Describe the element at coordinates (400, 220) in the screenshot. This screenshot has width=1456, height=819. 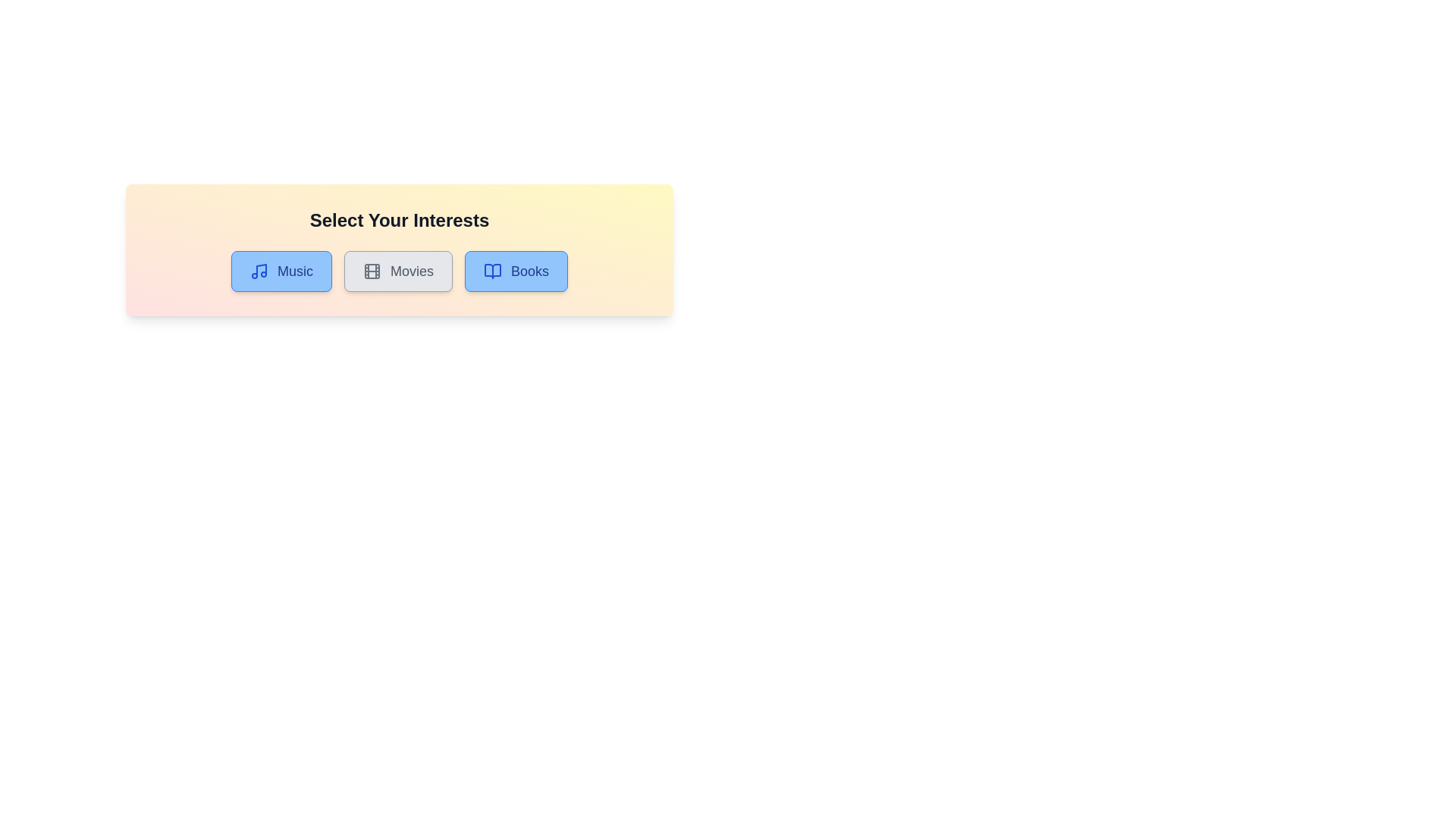
I see `the instruction text 'Select Your Interests' displayed above the buttons` at that location.